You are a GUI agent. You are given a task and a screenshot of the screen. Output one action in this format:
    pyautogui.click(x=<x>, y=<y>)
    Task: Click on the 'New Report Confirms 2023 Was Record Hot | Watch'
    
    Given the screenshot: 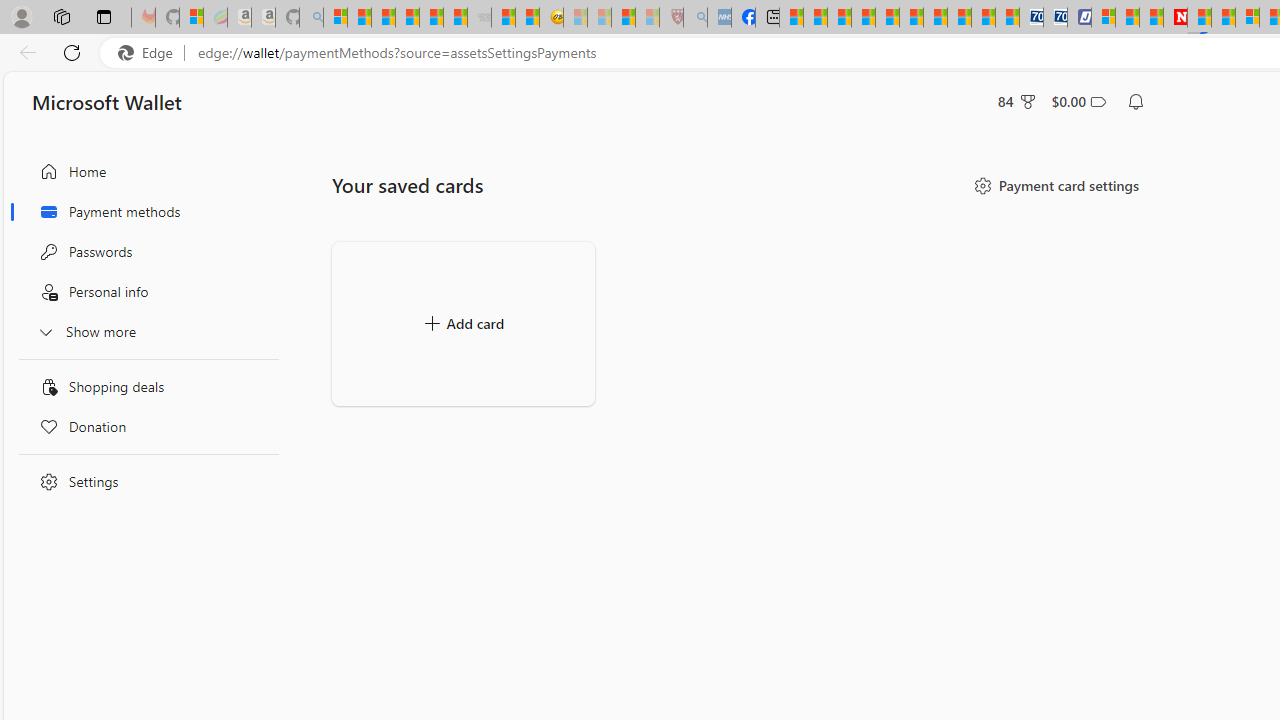 What is the action you would take?
    pyautogui.click(x=430, y=17)
    